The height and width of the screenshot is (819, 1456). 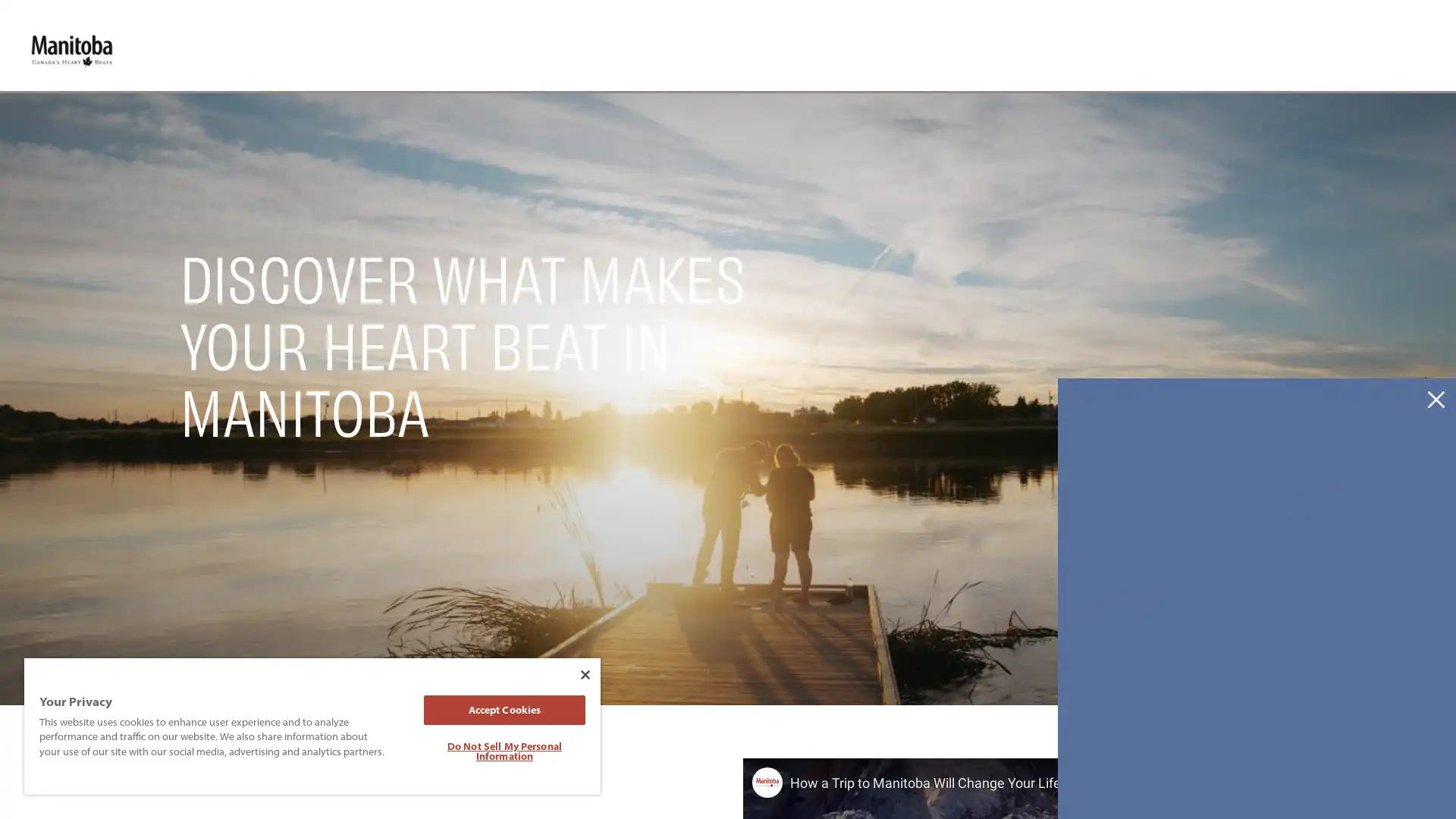 What do you see at coordinates (1436, 397) in the screenshot?
I see `Dismiss Newsletter Signup Message` at bounding box center [1436, 397].